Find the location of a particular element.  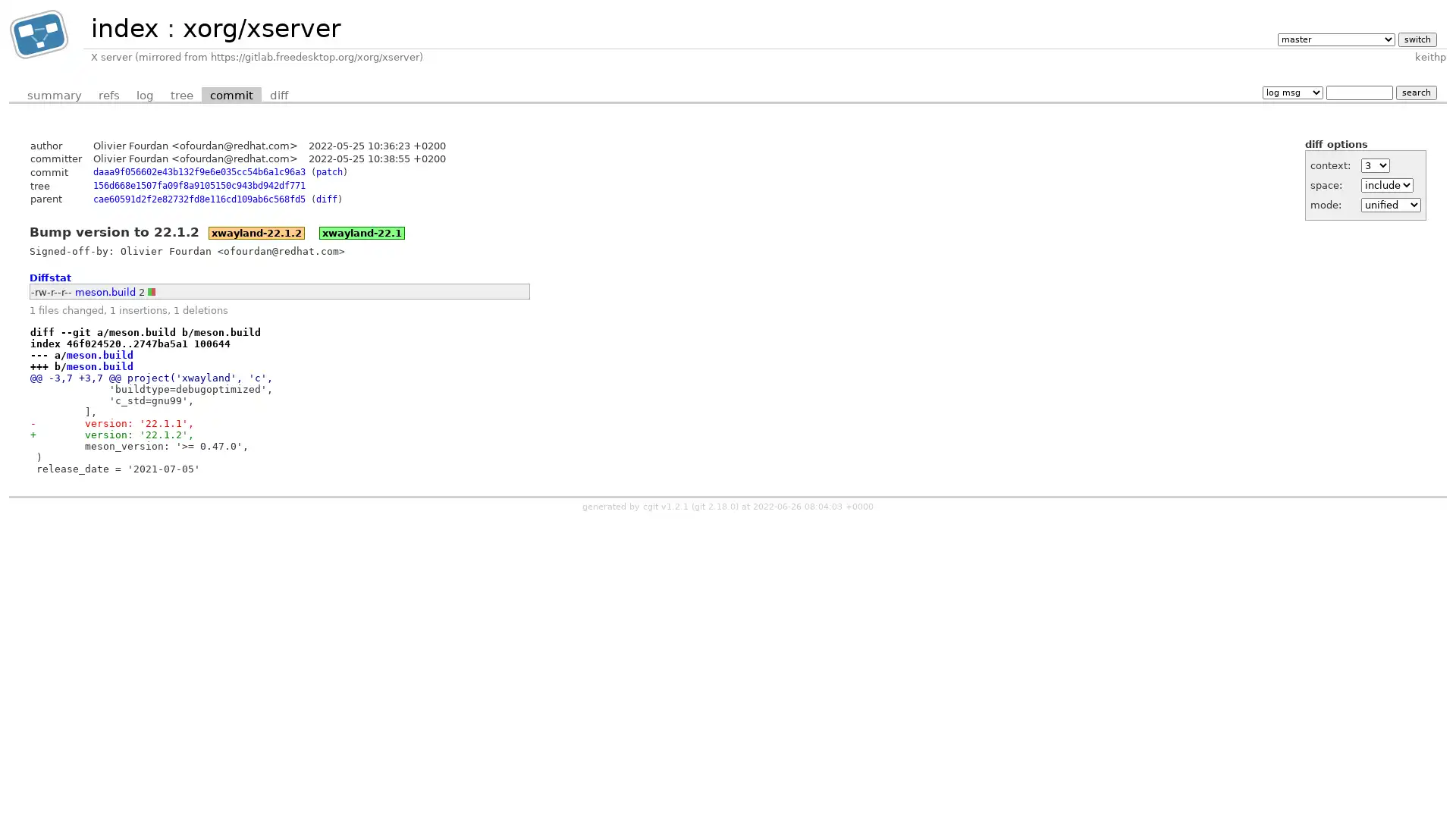

search is located at coordinates (1415, 92).